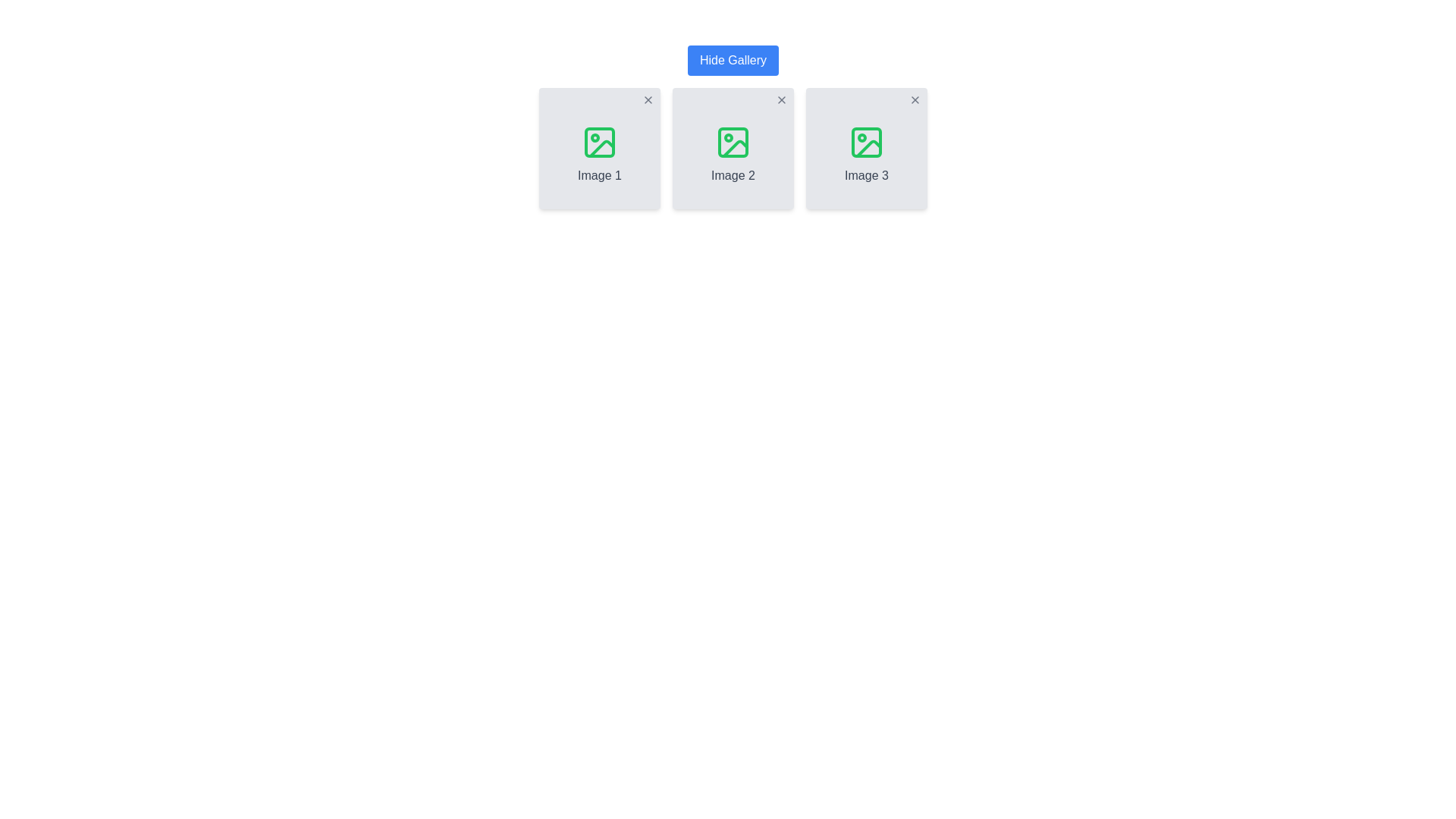 This screenshot has width=1456, height=819. Describe the element at coordinates (599, 174) in the screenshot. I see `the descriptive label positioned at the bottom center of the first card in a horizontally arranged trio of cards` at that location.